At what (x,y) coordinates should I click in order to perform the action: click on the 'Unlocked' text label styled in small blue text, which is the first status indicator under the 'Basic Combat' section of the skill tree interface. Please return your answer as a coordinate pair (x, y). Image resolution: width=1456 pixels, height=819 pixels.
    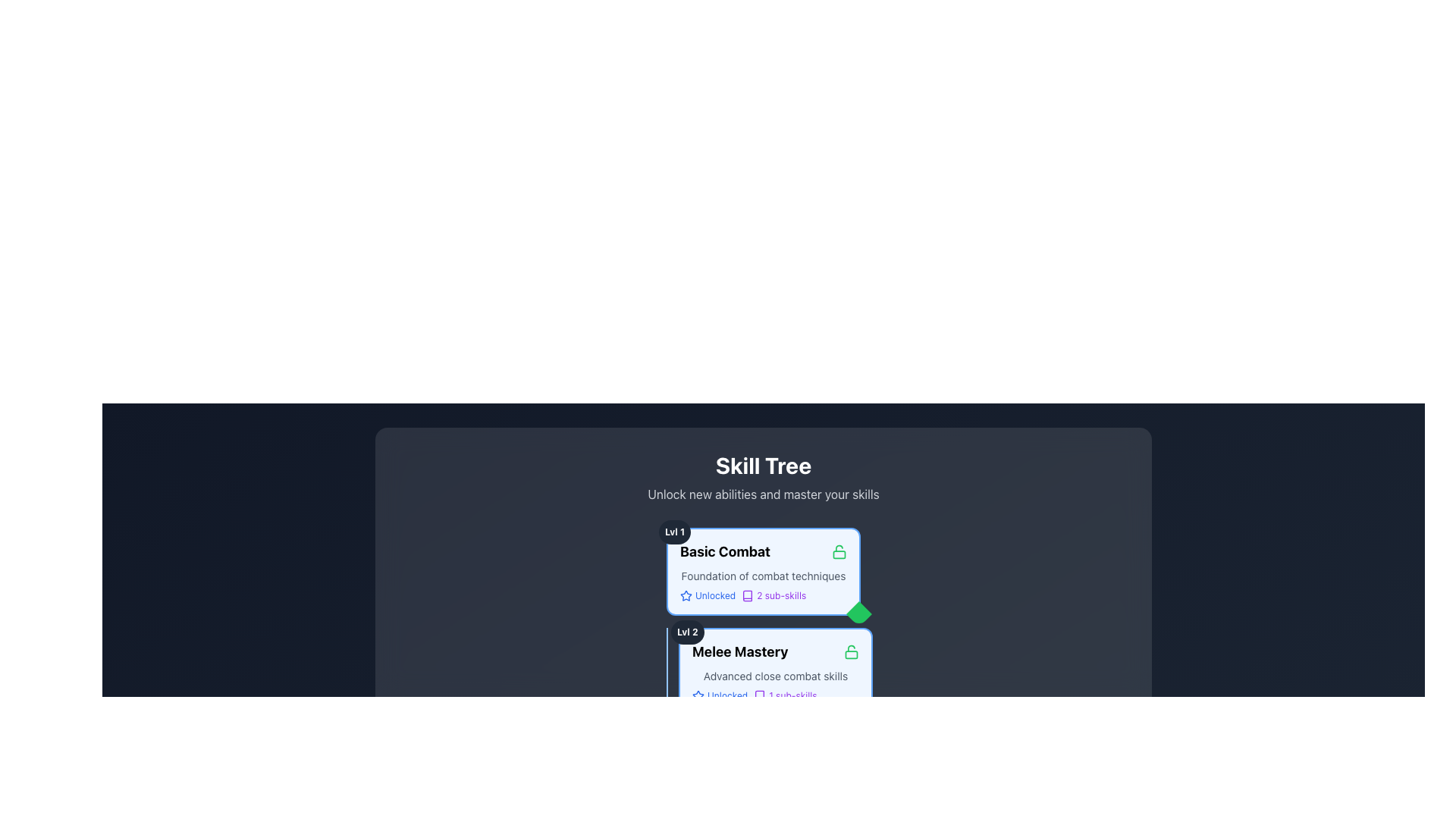
    Looking at the image, I should click on (707, 595).